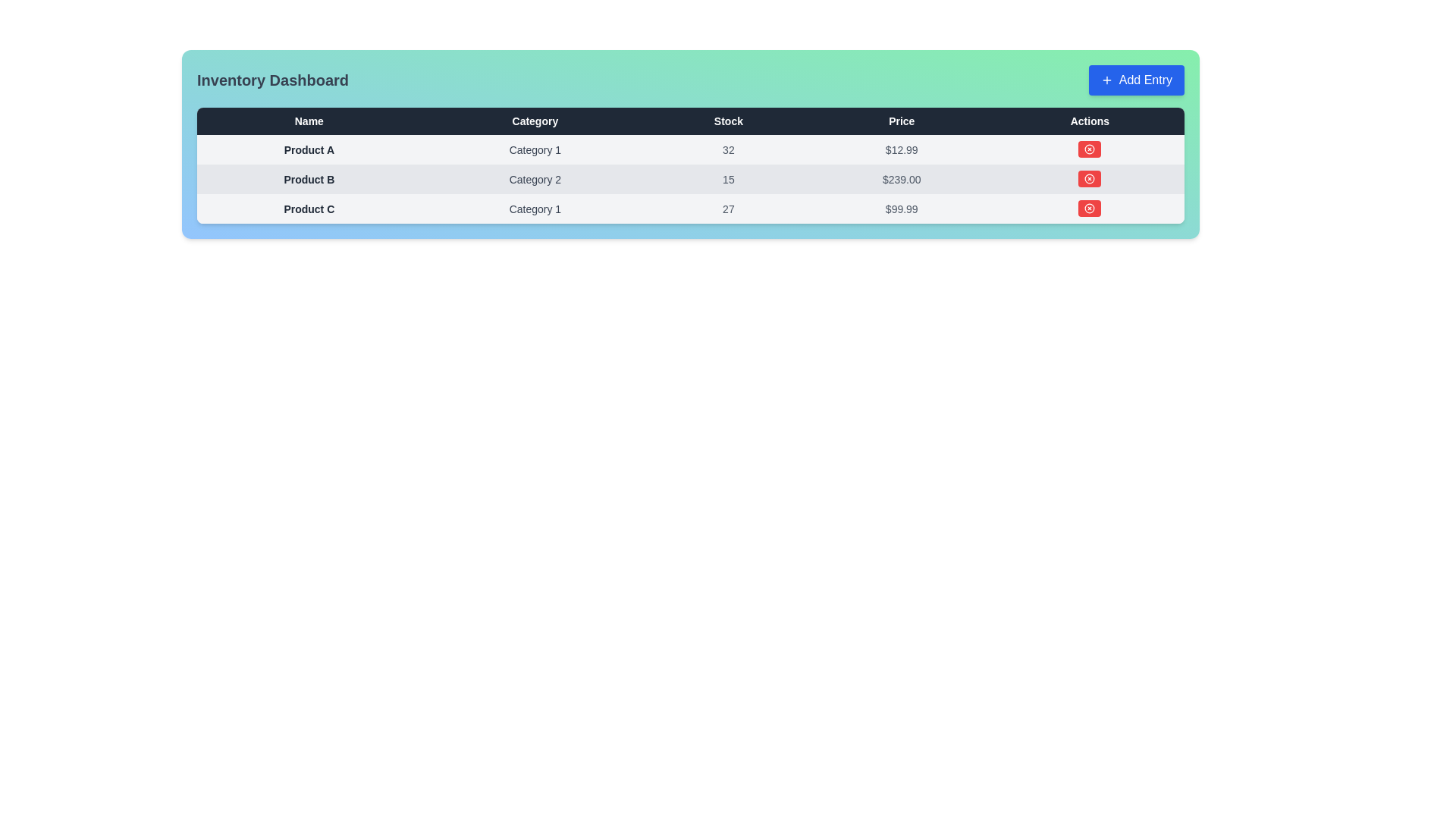 Image resolution: width=1456 pixels, height=819 pixels. What do you see at coordinates (1089, 149) in the screenshot?
I see `the circular red icon located in the first row of the 'Actions' column of the inventory table` at bounding box center [1089, 149].